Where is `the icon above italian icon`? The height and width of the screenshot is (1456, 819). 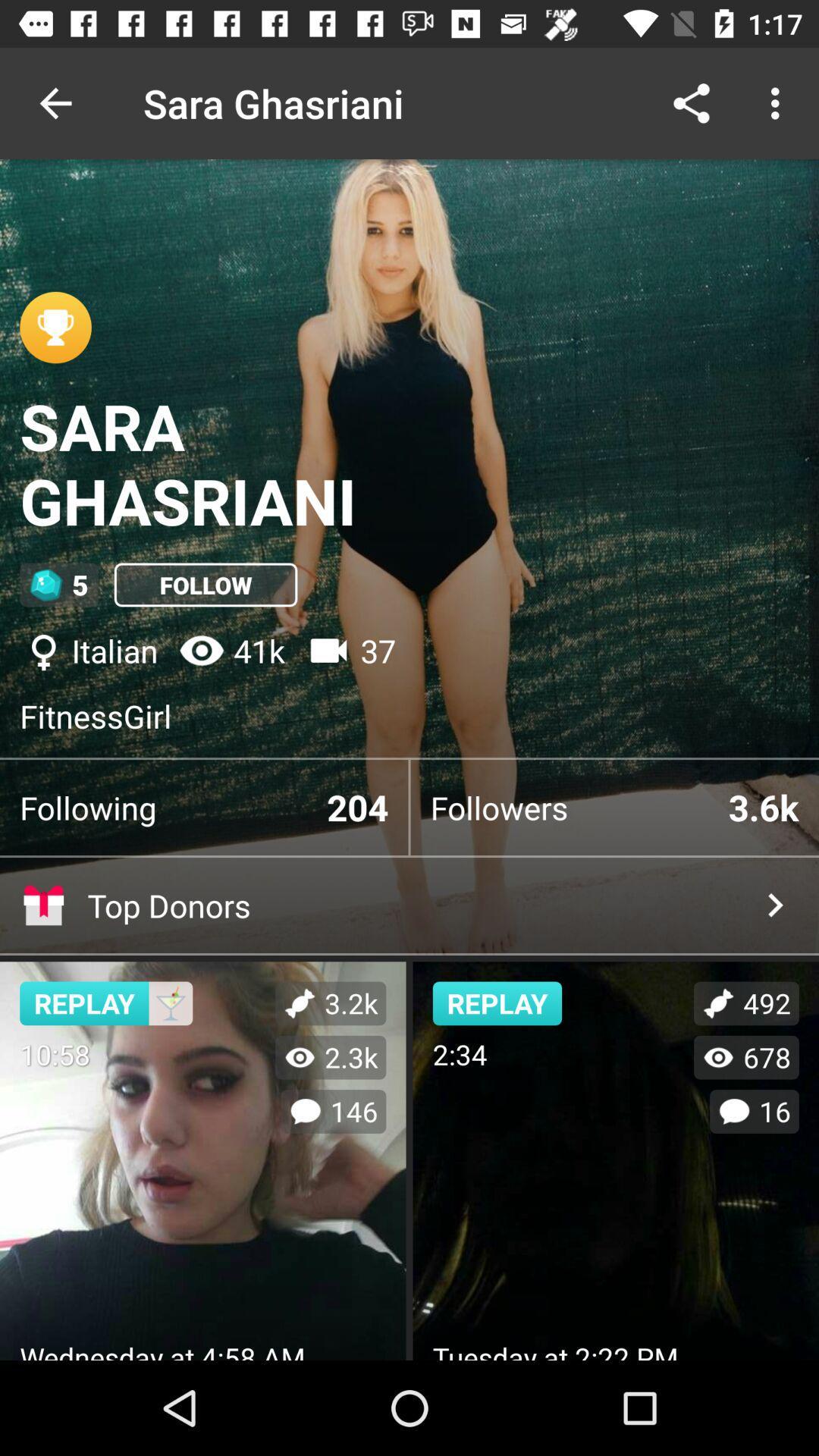
the icon above italian icon is located at coordinates (206, 584).